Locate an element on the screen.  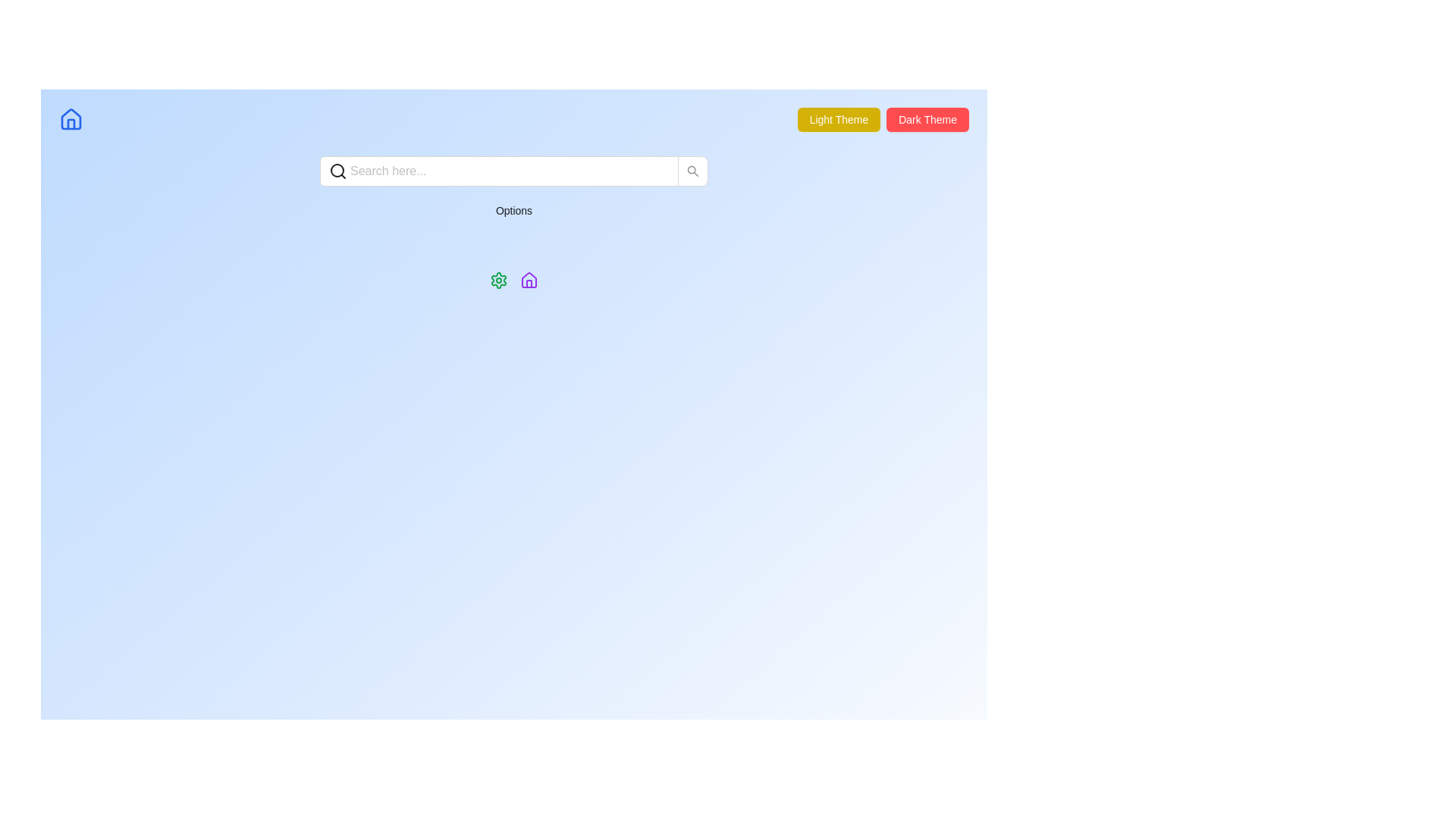
the theme switch button located at the top-right corner of the interface, adjacent to the 'Dark Theme' button is located at coordinates (838, 119).